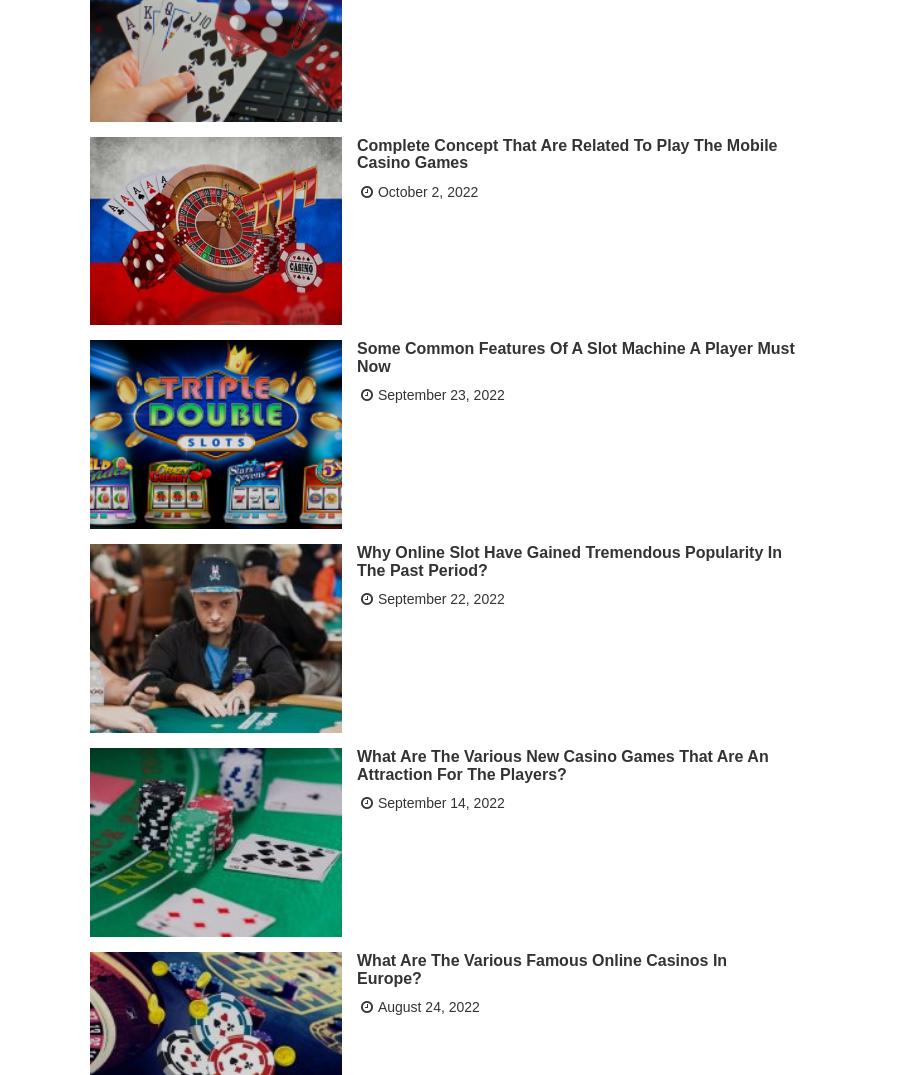  Describe the element at coordinates (575, 356) in the screenshot. I see `'Some Common Features Of  A Slot Machine A Player Must Now'` at that location.